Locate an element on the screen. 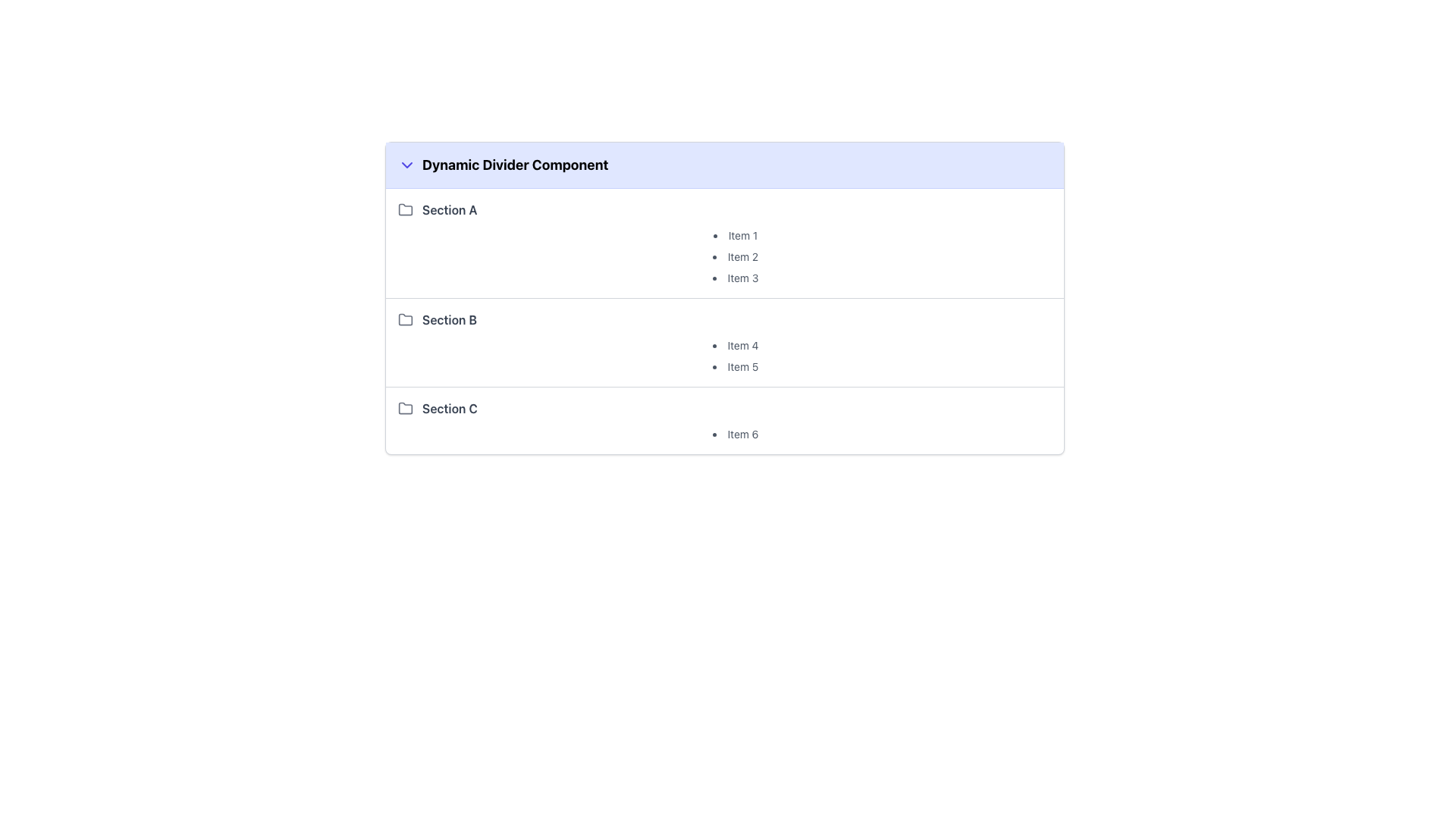 Image resolution: width=1456 pixels, height=819 pixels. text content of the unordered list located beneath 'Section A', which contains the items 'Item 1', 'Item 2', and 'Item 3' is located at coordinates (723, 256).